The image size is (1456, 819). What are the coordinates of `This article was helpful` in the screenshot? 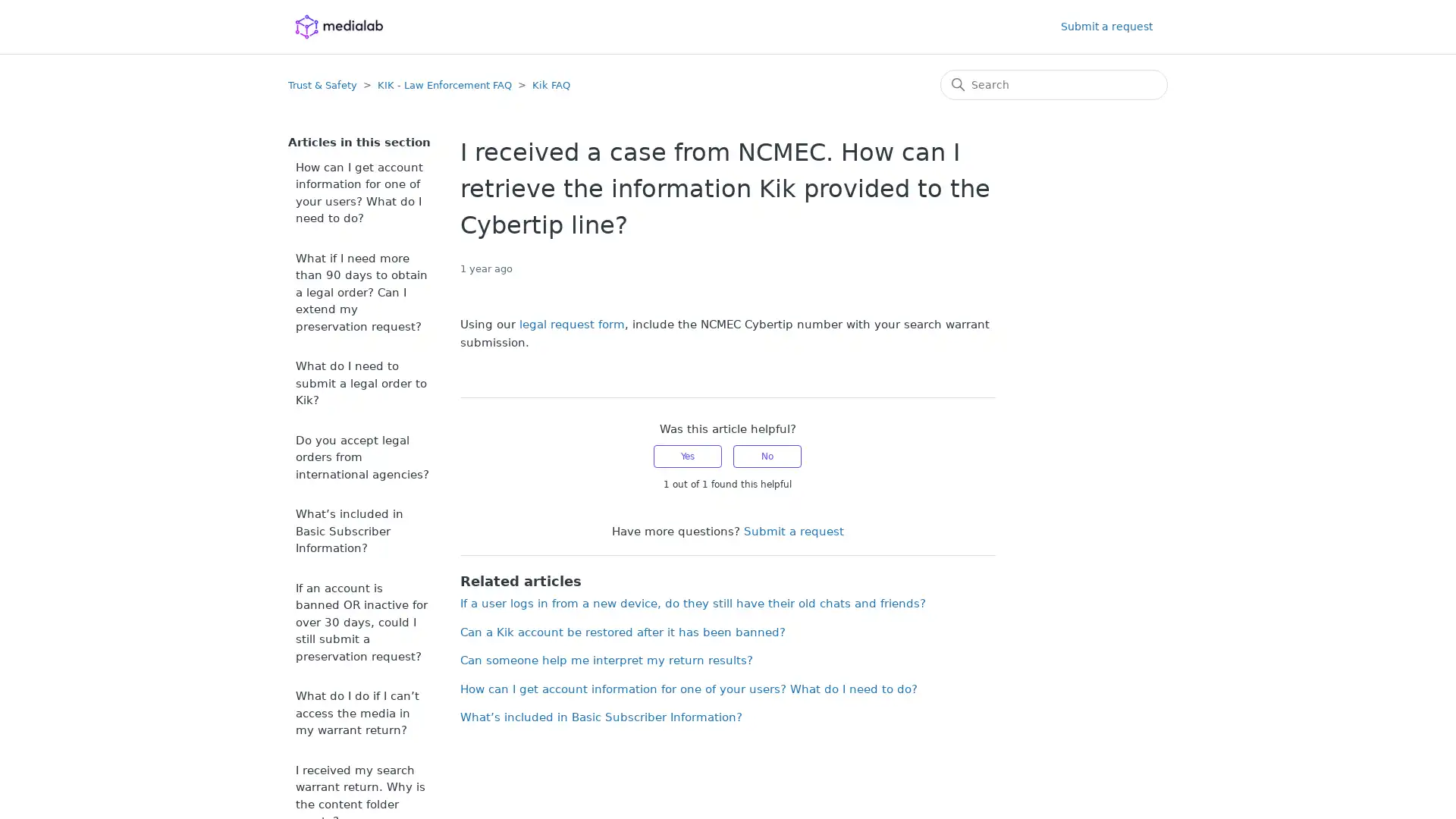 It's located at (687, 455).